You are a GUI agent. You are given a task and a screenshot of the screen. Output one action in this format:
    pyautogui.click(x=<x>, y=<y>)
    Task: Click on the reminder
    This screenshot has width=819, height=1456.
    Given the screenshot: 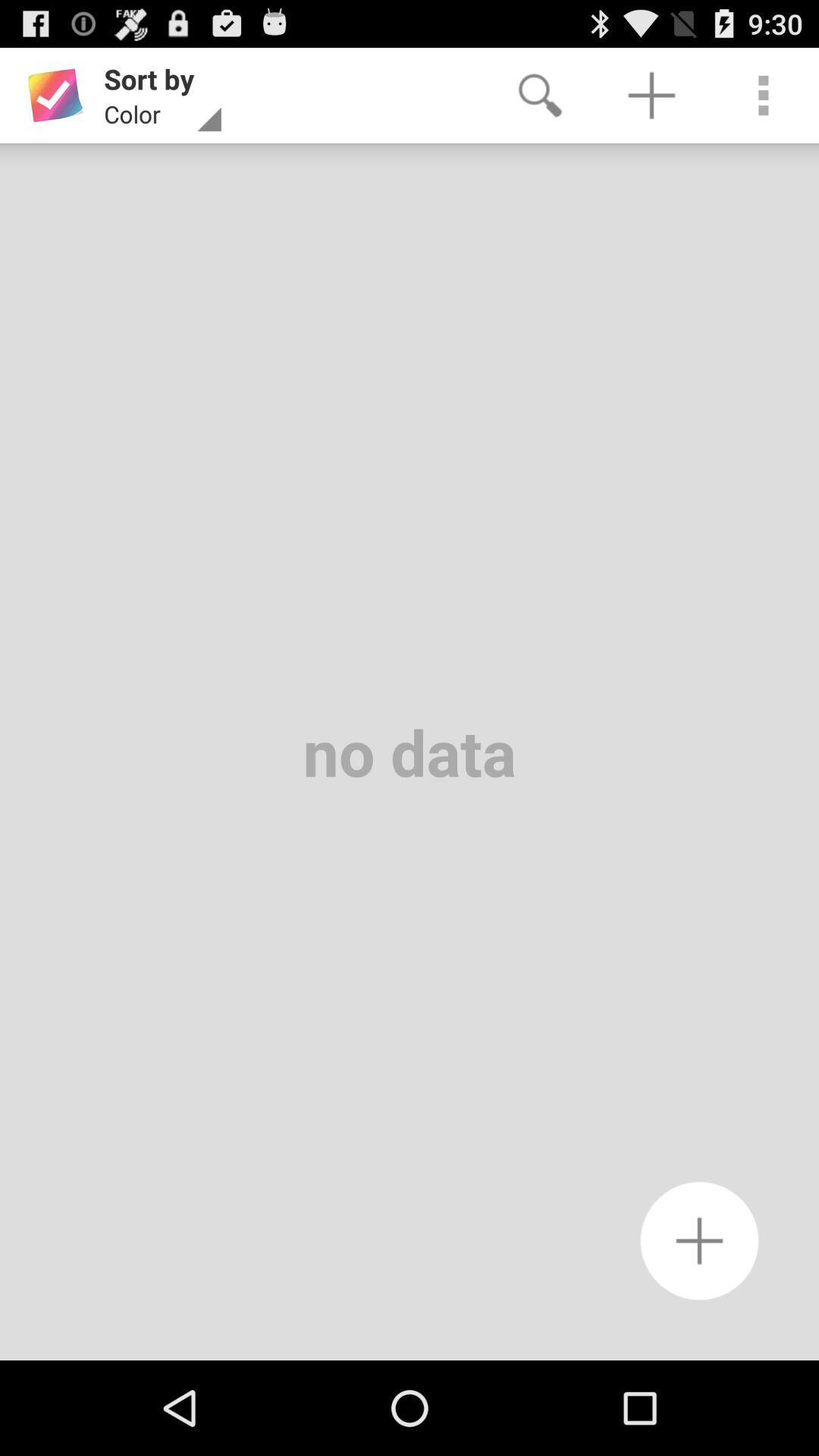 What is the action you would take?
    pyautogui.click(x=699, y=1241)
    